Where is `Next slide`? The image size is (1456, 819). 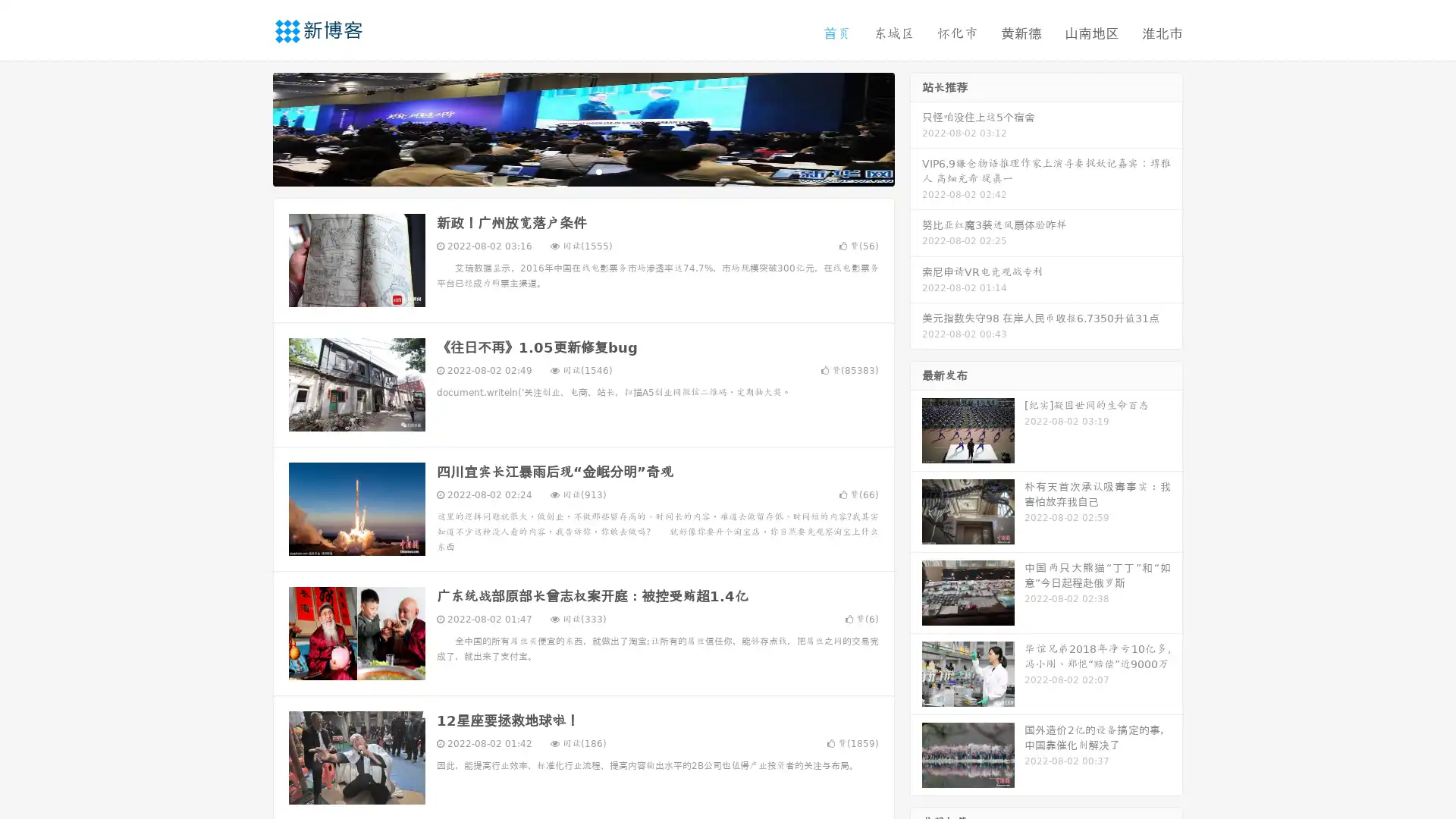
Next slide is located at coordinates (916, 127).